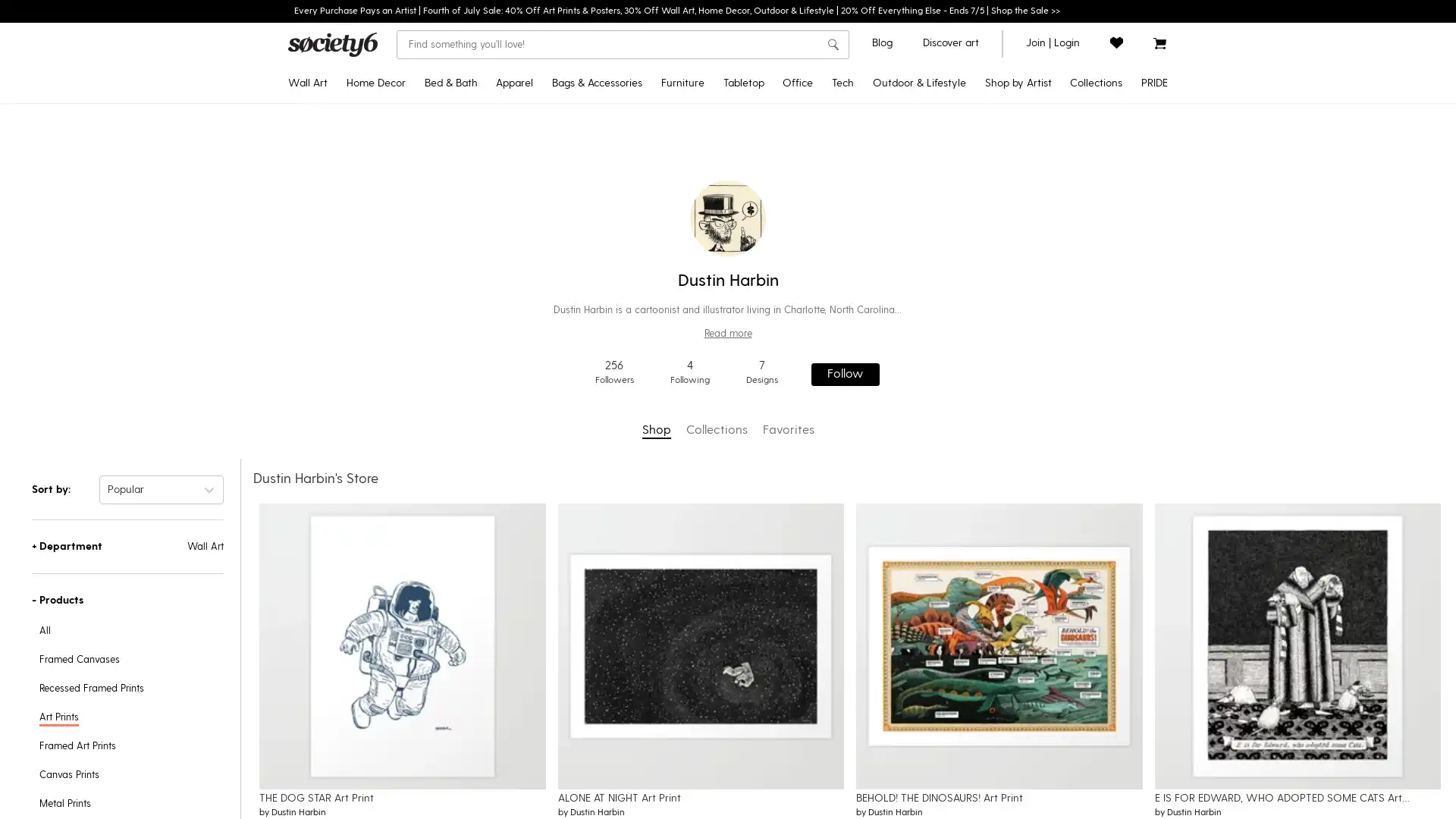 Image resolution: width=1456 pixels, height=819 pixels. What do you see at coordinates (939, 268) in the screenshot?
I see `Welcome Mats` at bounding box center [939, 268].